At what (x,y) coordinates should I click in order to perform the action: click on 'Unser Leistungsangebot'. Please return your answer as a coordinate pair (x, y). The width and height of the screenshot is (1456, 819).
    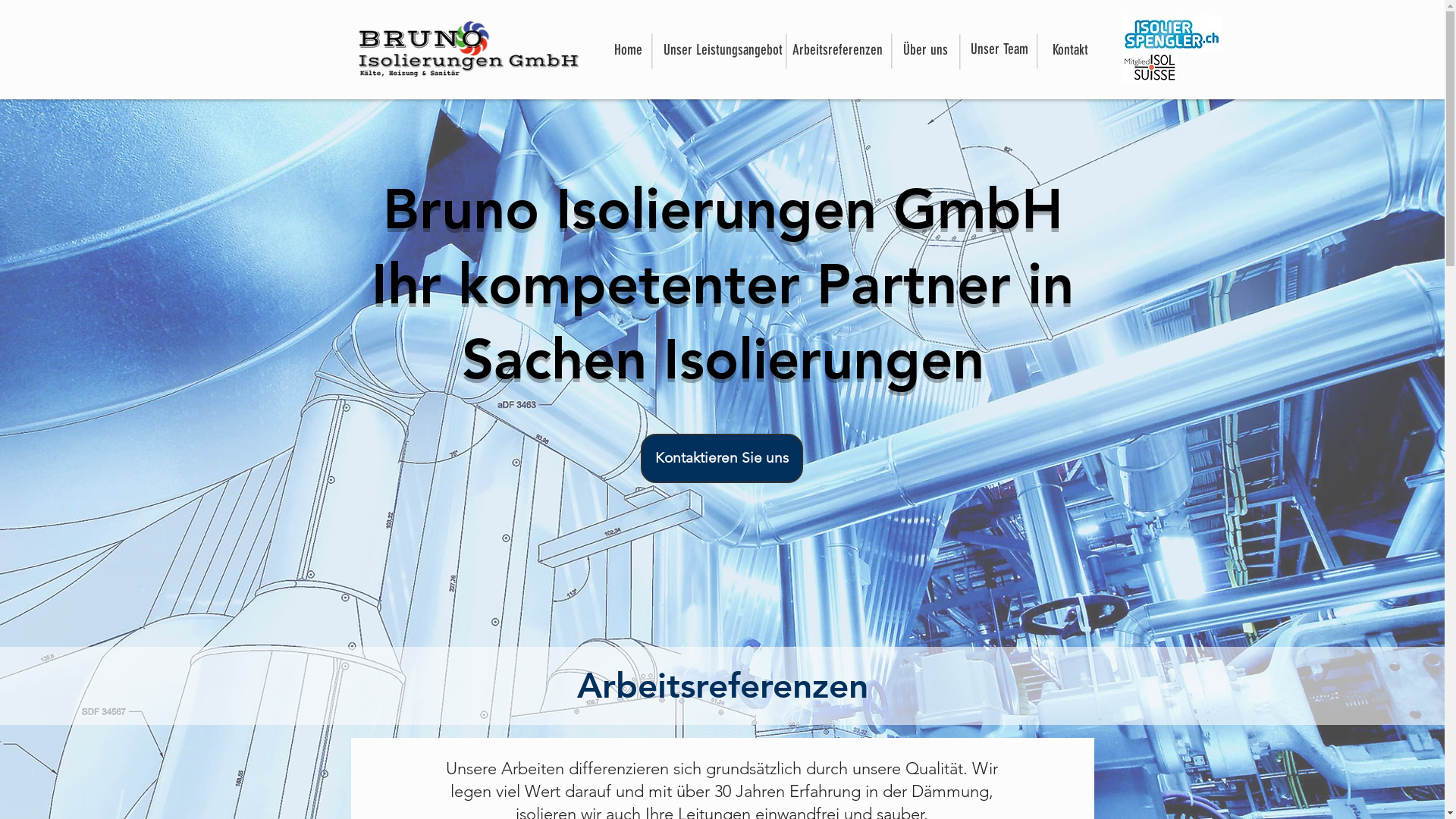
    Looking at the image, I should click on (721, 49).